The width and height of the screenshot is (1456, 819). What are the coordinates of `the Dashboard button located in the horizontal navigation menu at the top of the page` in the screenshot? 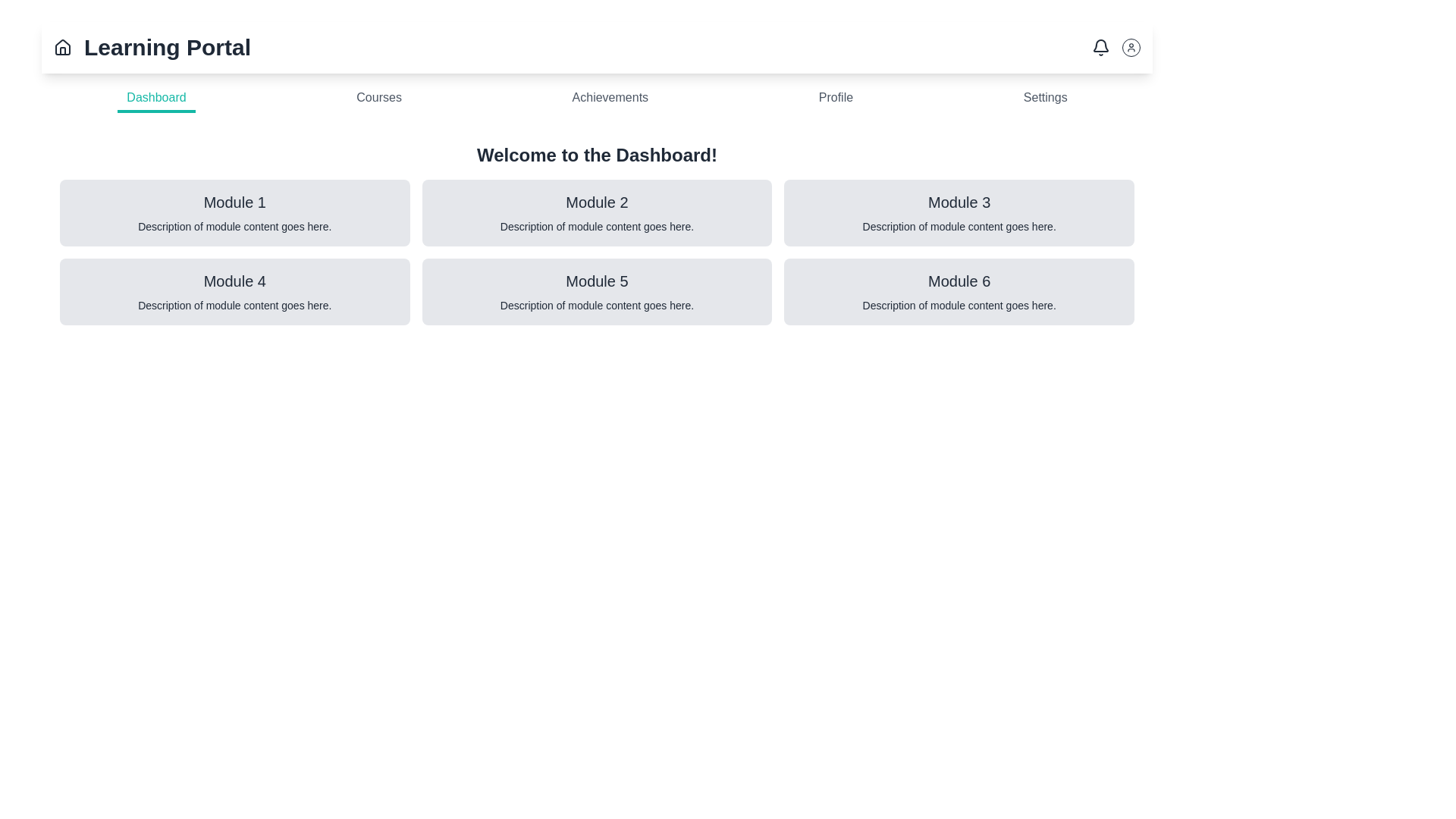 It's located at (156, 99).